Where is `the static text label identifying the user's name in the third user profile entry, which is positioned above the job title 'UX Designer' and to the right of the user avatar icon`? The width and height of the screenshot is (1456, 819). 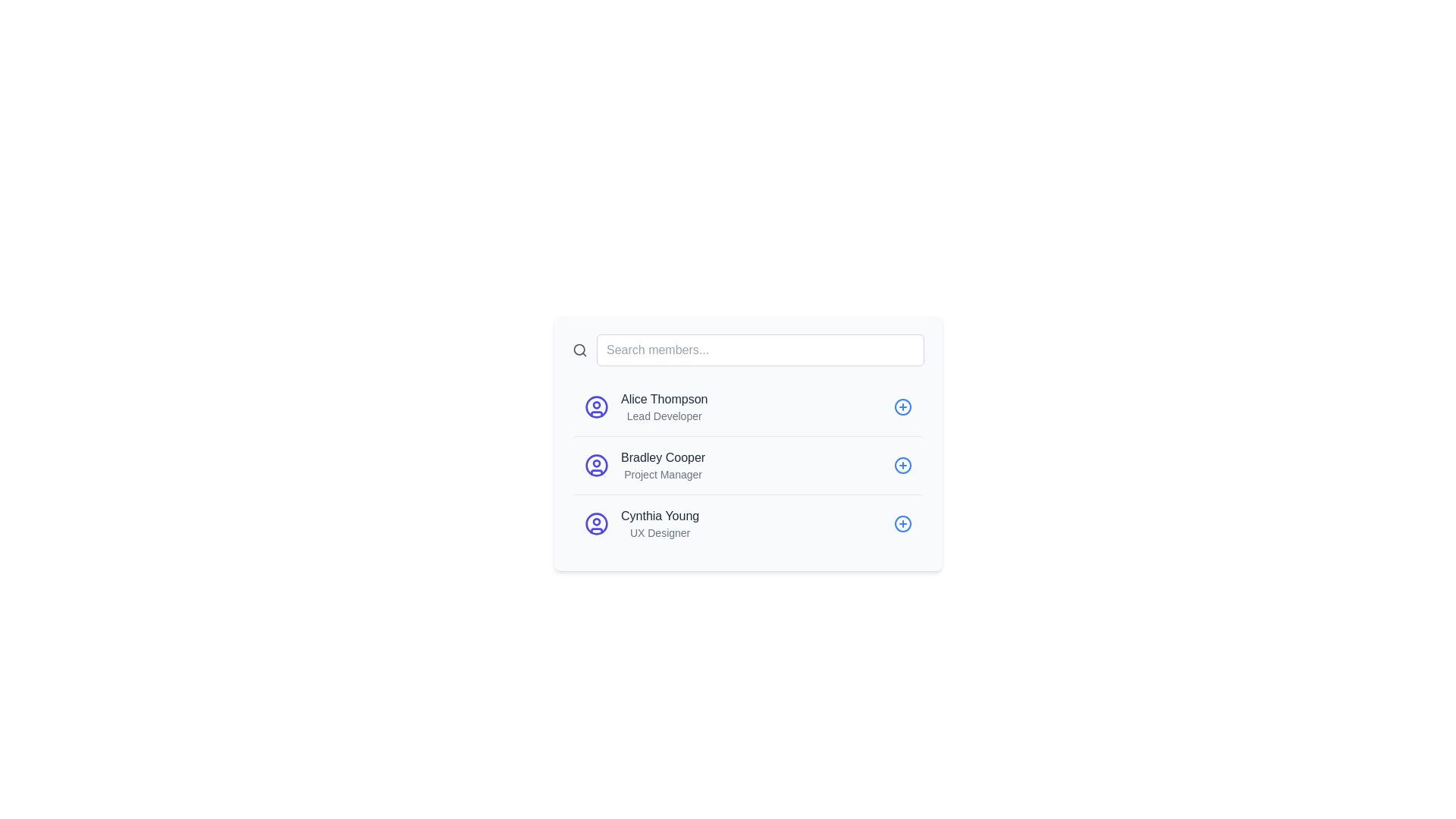 the static text label identifying the user's name in the third user profile entry, which is positioned above the job title 'UX Designer' and to the right of the user avatar icon is located at coordinates (660, 516).